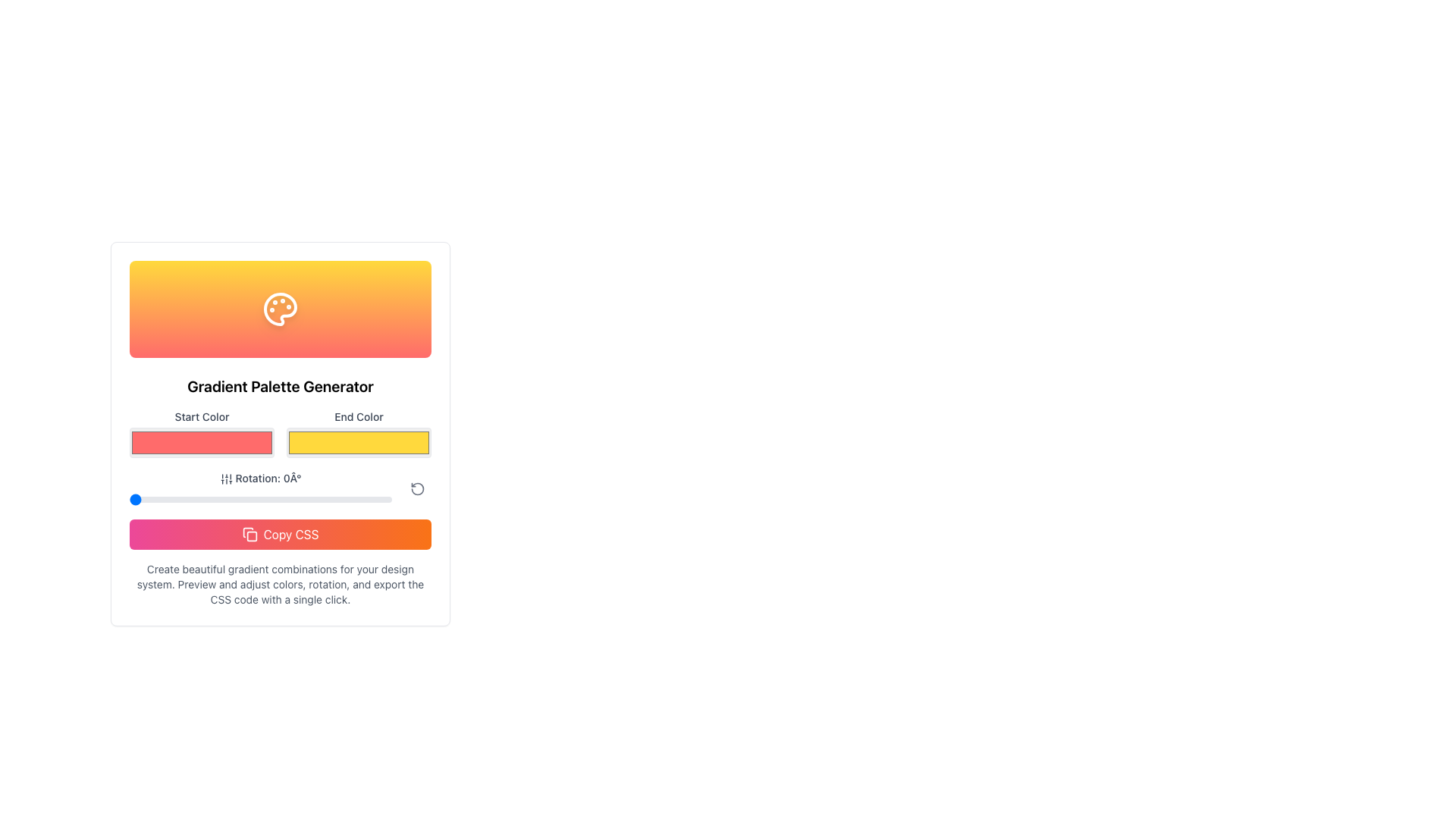 Image resolution: width=1456 pixels, height=819 pixels. Describe the element at coordinates (418, 488) in the screenshot. I see `the reset button located on the right side of the layout, next to the rotation information text` at that location.